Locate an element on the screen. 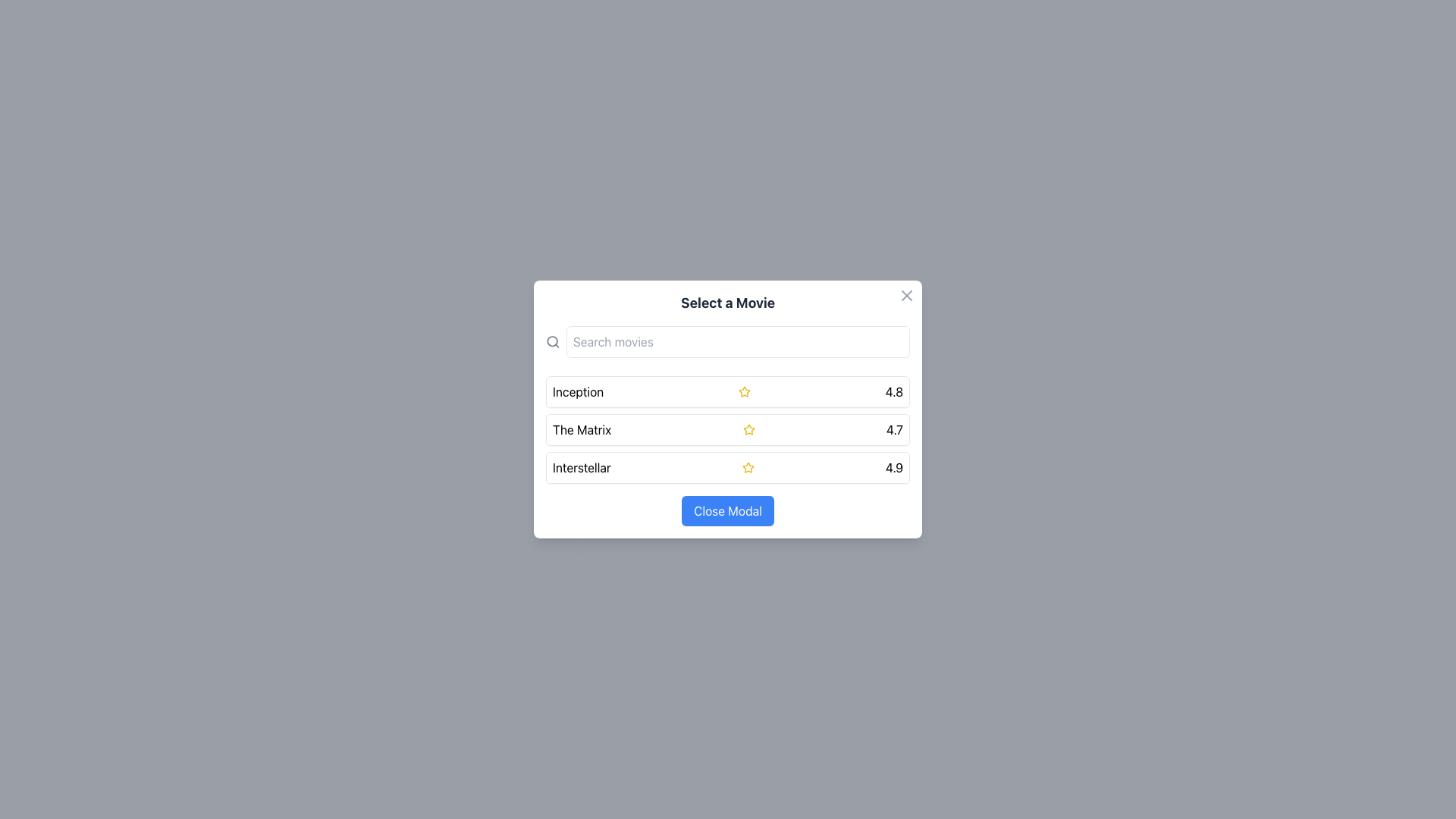 This screenshot has width=1456, height=819. the star icon representing the high rating for the 'Interstellar' movie, which is positioned between the text 'Interstellar' and the rating value '4.9' is located at coordinates (748, 467).